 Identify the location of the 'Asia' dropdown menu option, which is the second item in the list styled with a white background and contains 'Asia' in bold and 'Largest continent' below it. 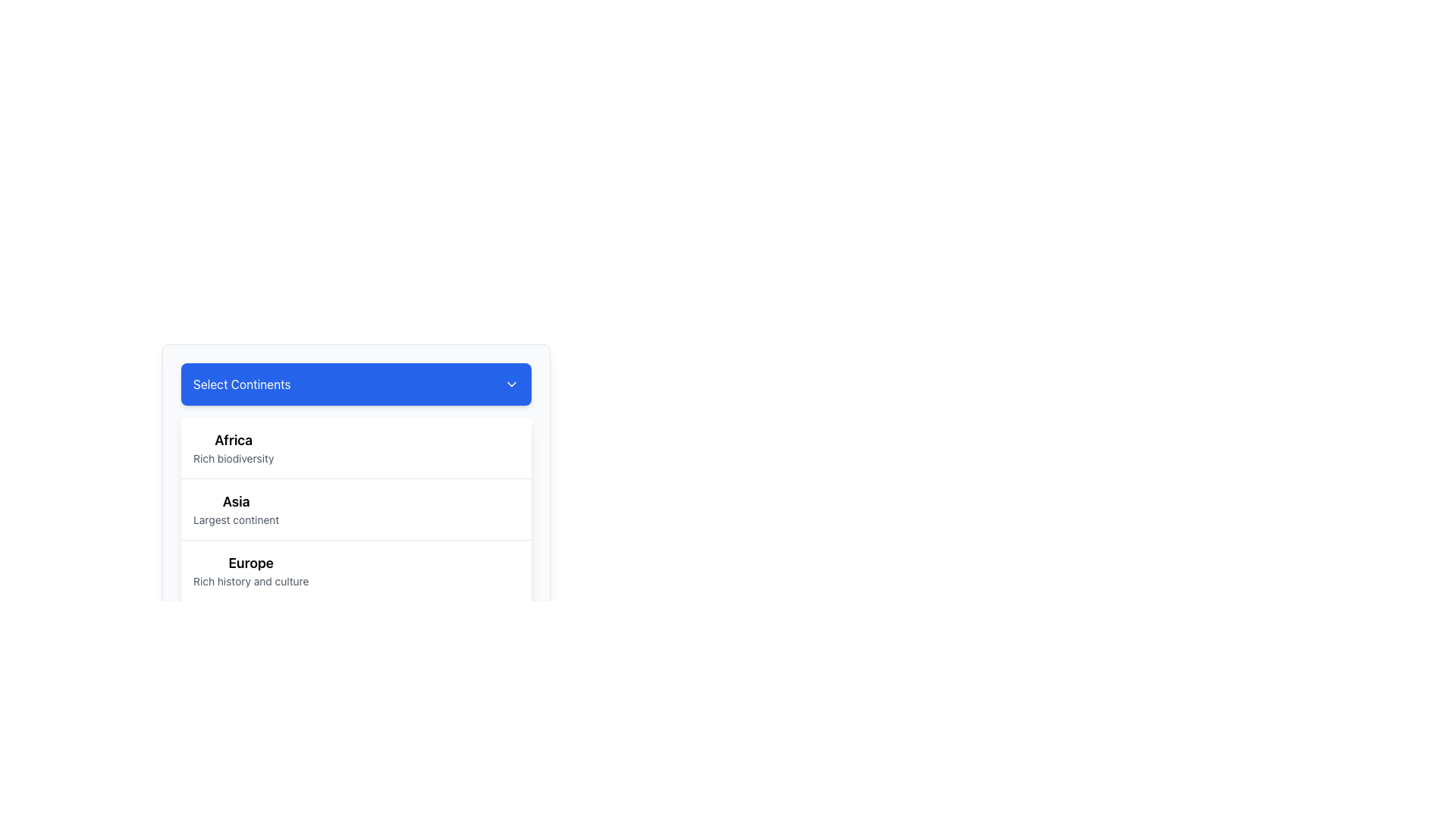
(356, 526).